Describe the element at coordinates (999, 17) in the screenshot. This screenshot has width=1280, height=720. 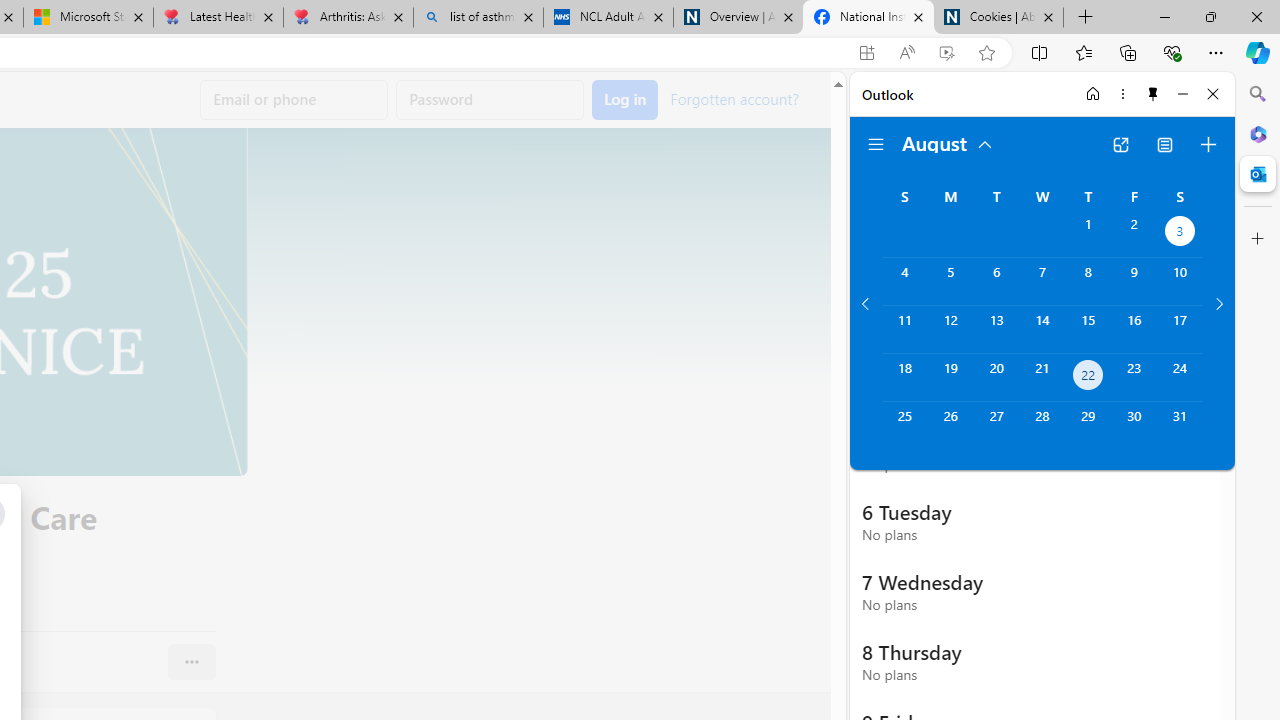
I see `'Cookies | About | NICE'` at that location.